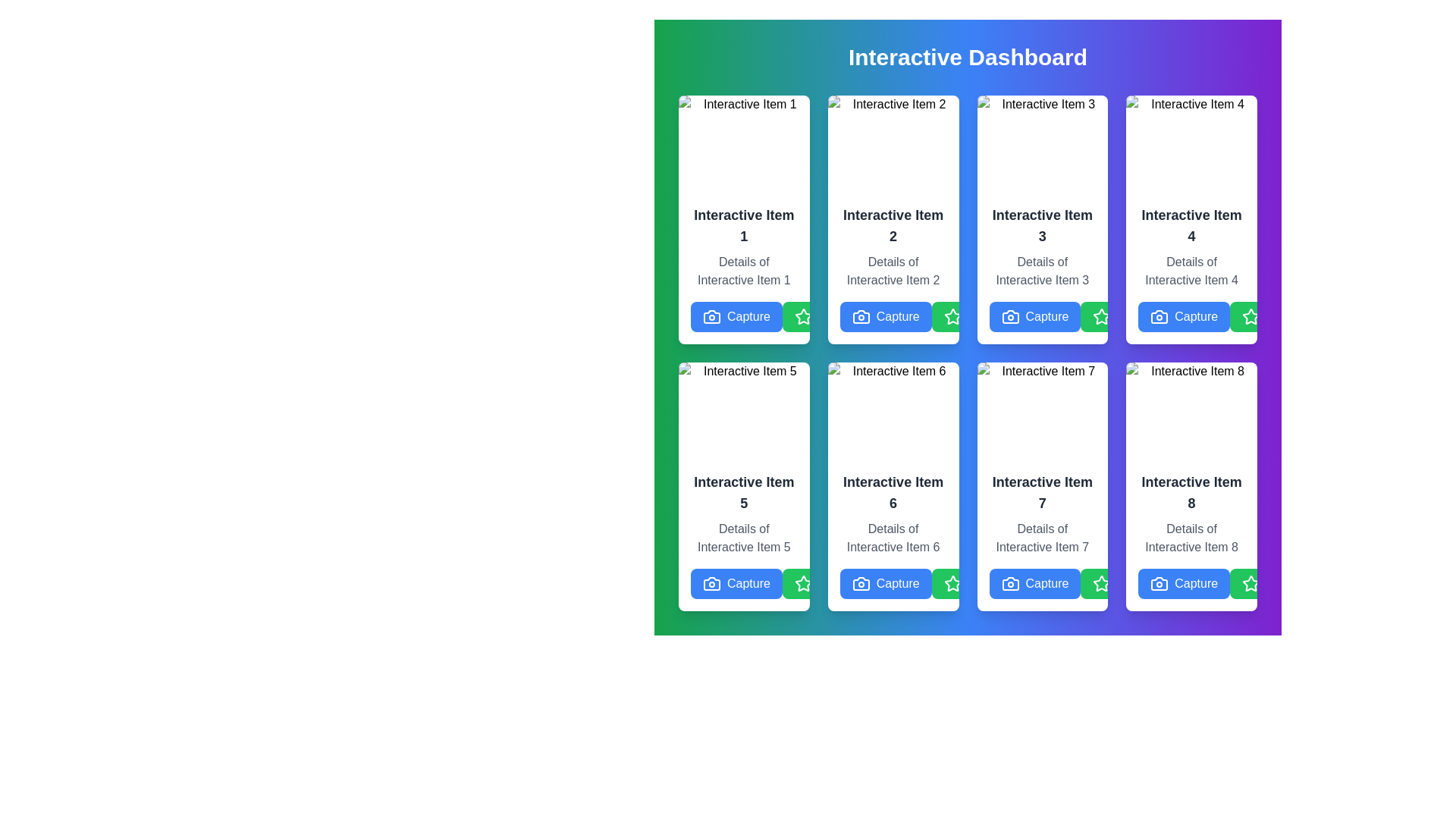 This screenshot has height=819, width=1456. What do you see at coordinates (711, 583) in the screenshot?
I see `the 'Capture' button by clicking on the camera icon located at the bottom-left corner of the 'Interactive Item 5' card` at bounding box center [711, 583].